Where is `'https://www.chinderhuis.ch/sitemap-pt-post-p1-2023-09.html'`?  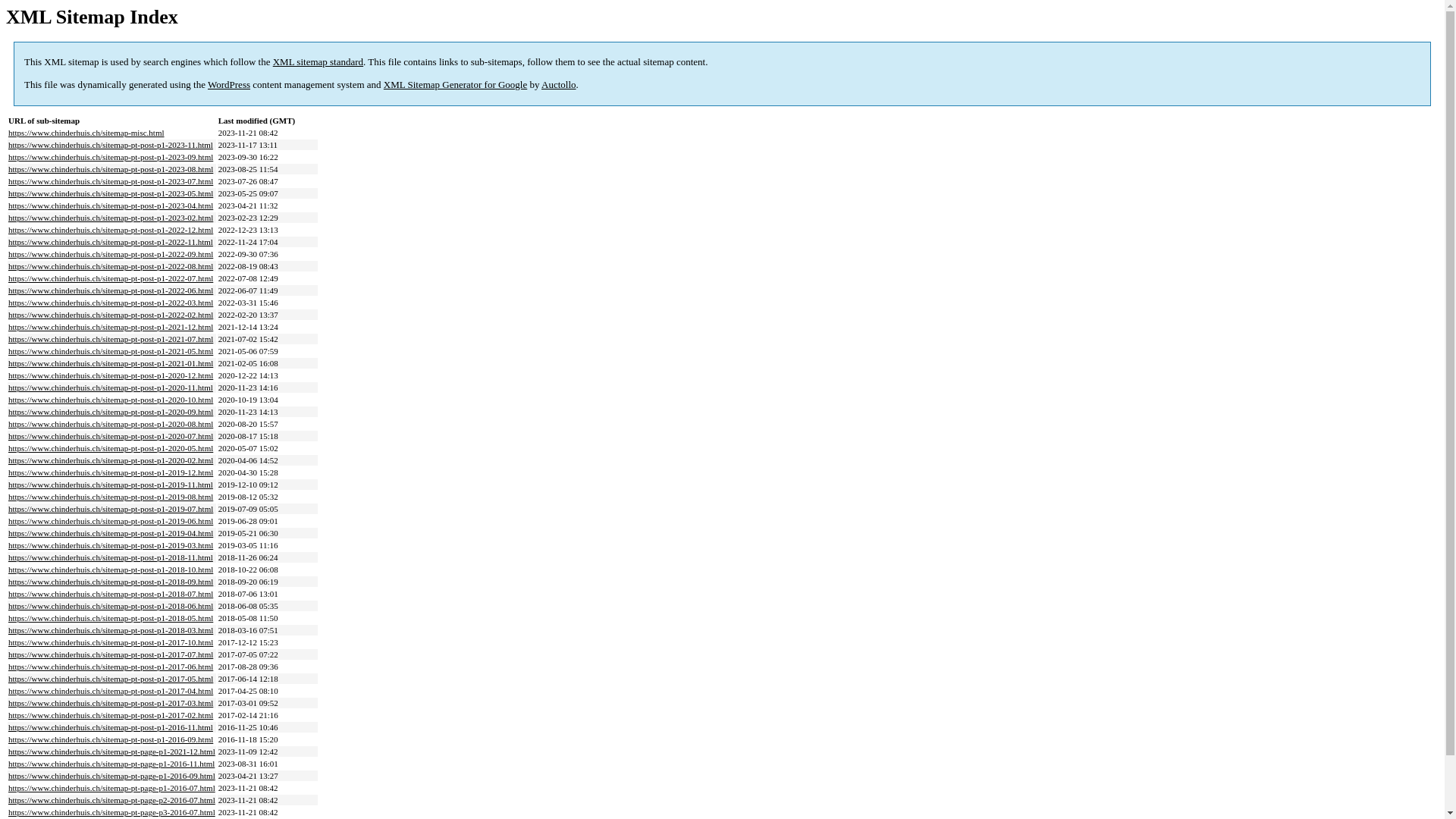 'https://www.chinderhuis.ch/sitemap-pt-post-p1-2023-09.html' is located at coordinates (109, 157).